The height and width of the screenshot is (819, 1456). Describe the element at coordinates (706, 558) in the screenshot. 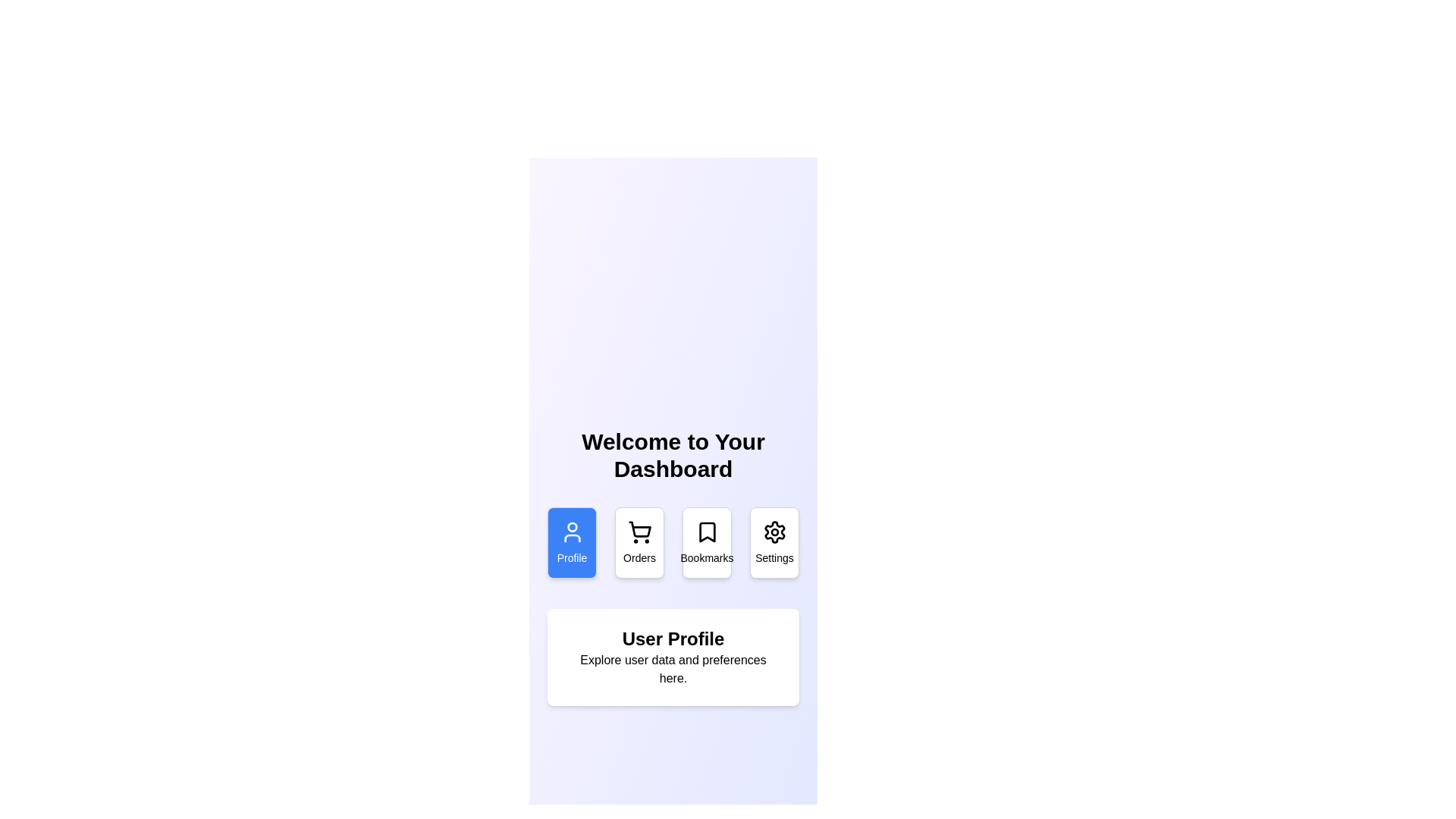

I see `the 'Bookmarks' text label element, which is the third item in the navigation menu under 'Welcome to Your Dashboard', located below the bookmark icon` at that location.